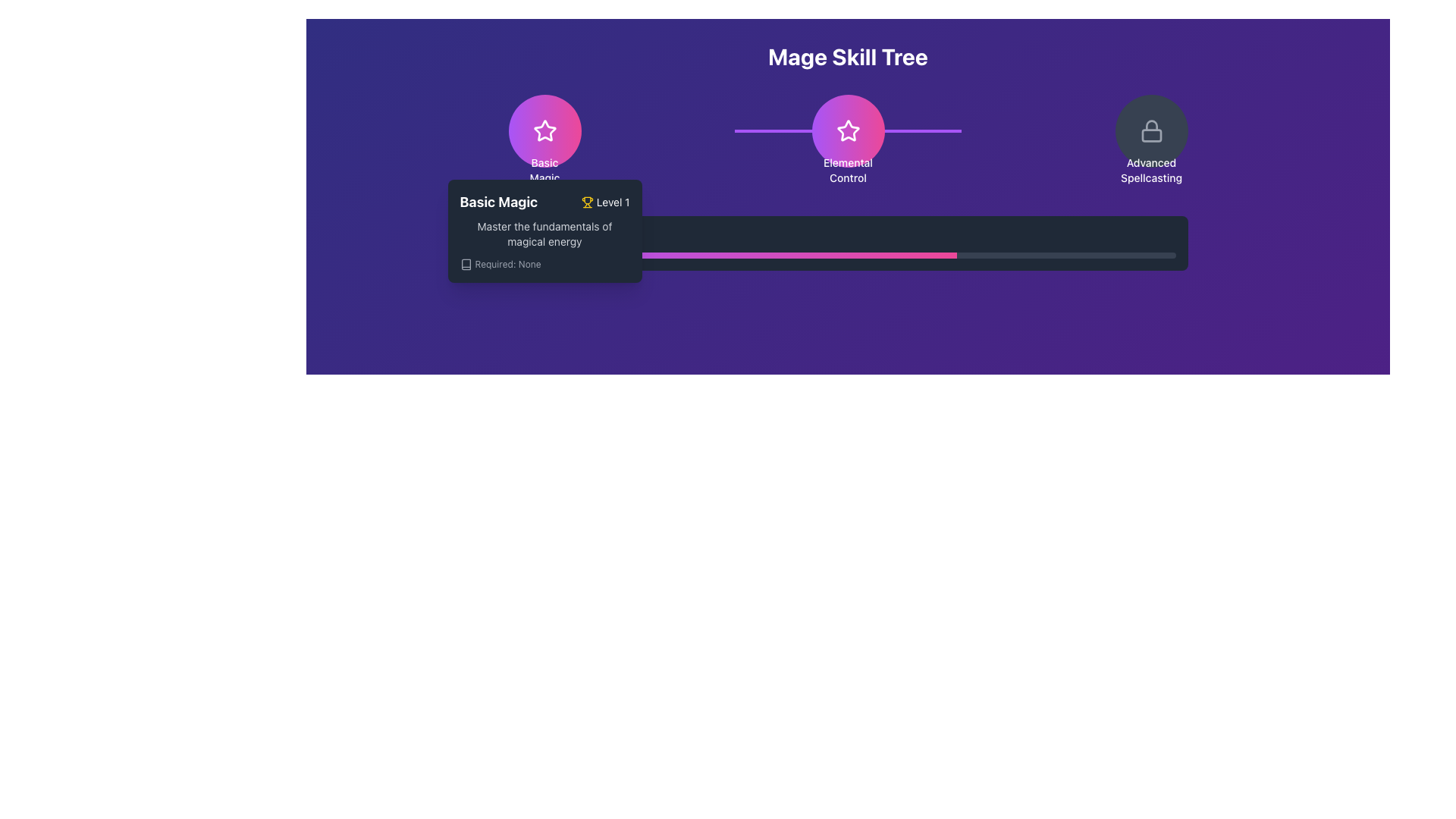 This screenshot has width=1456, height=819. Describe the element at coordinates (544, 130) in the screenshot. I see `the 'Basic Magic' skill node icon, which is represented by a star within the Mage Skill Tree interface` at that location.